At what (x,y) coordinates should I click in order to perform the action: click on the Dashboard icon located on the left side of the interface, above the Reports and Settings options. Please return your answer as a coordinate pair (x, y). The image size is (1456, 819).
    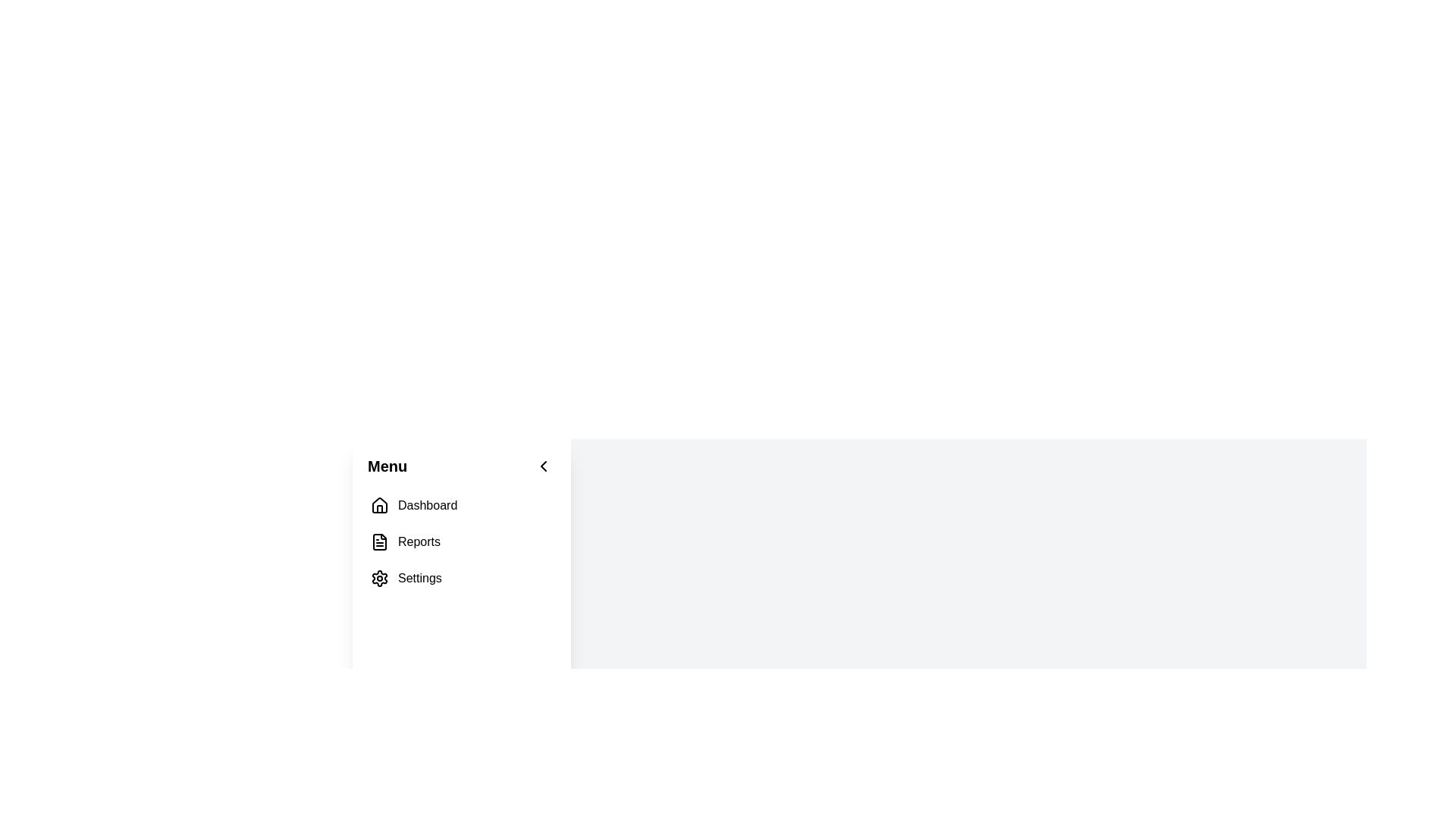
    Looking at the image, I should click on (379, 505).